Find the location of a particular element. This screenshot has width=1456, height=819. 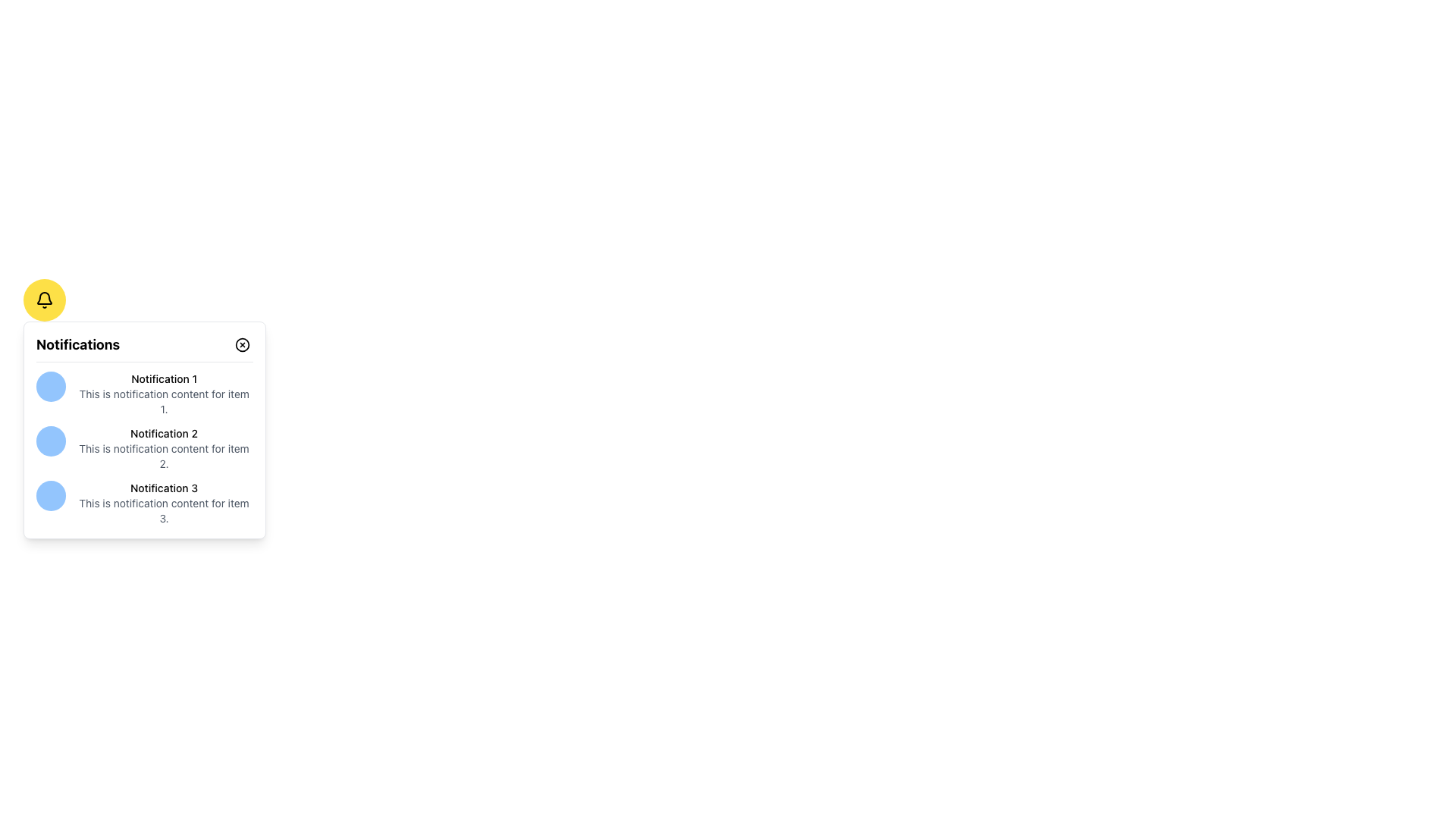

the third notification item in the notification panel, which is located below the second notification and above the fourth notification or empty space is located at coordinates (164, 503).